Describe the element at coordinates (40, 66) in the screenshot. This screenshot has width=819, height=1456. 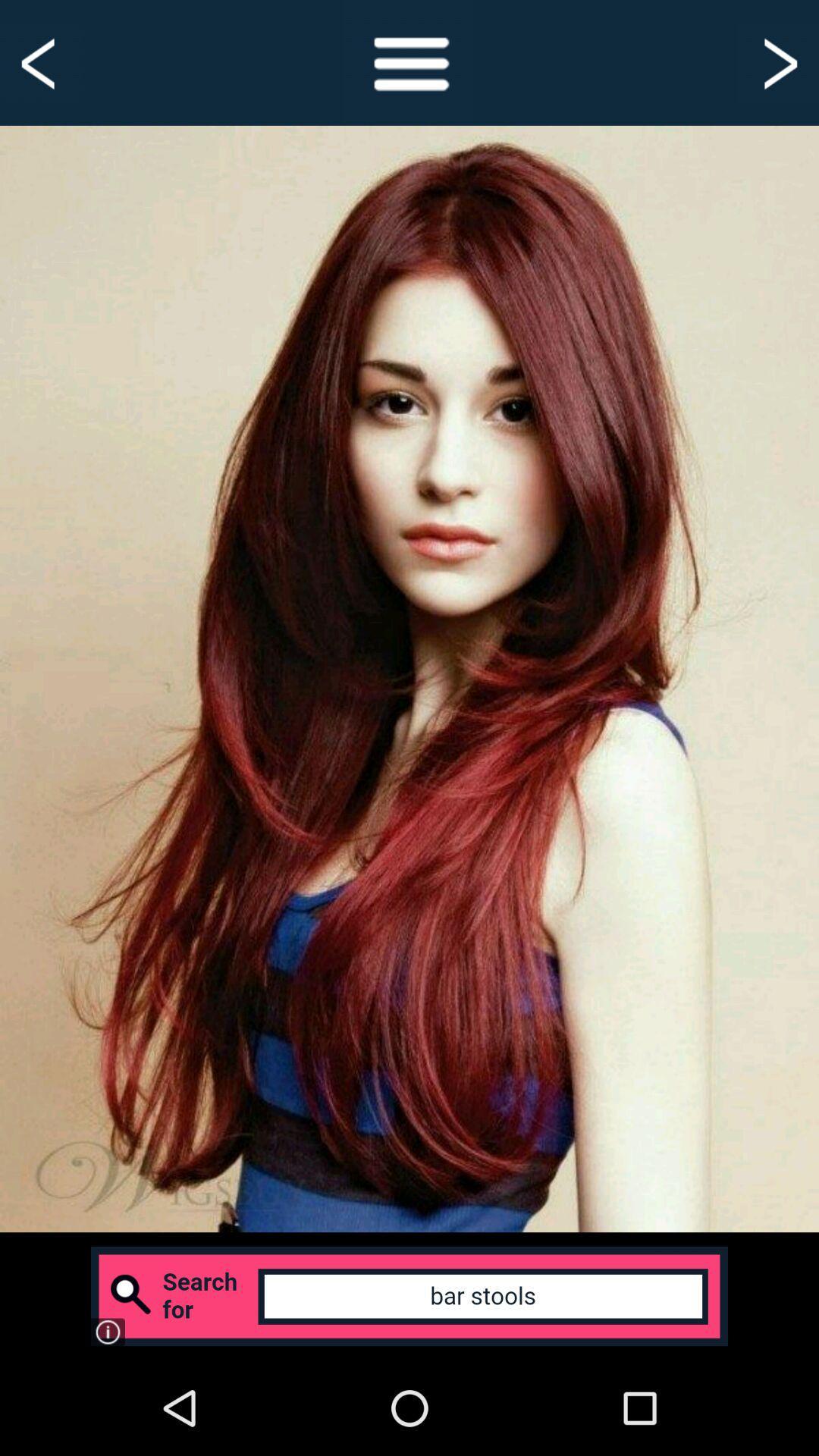
I see `the arrow_backward icon` at that location.